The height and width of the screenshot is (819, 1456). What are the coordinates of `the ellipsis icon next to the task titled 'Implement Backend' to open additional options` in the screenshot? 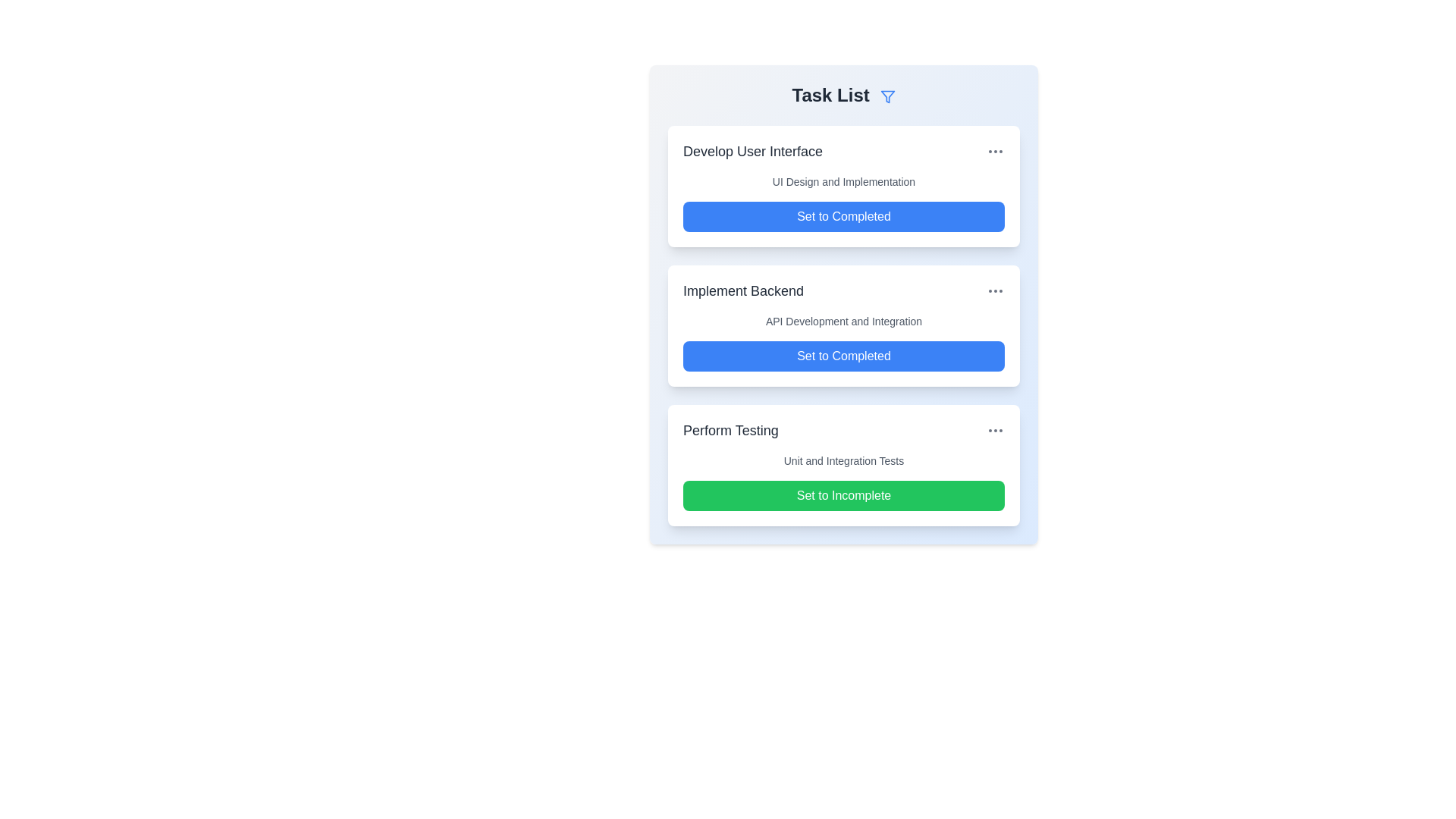 It's located at (996, 291).